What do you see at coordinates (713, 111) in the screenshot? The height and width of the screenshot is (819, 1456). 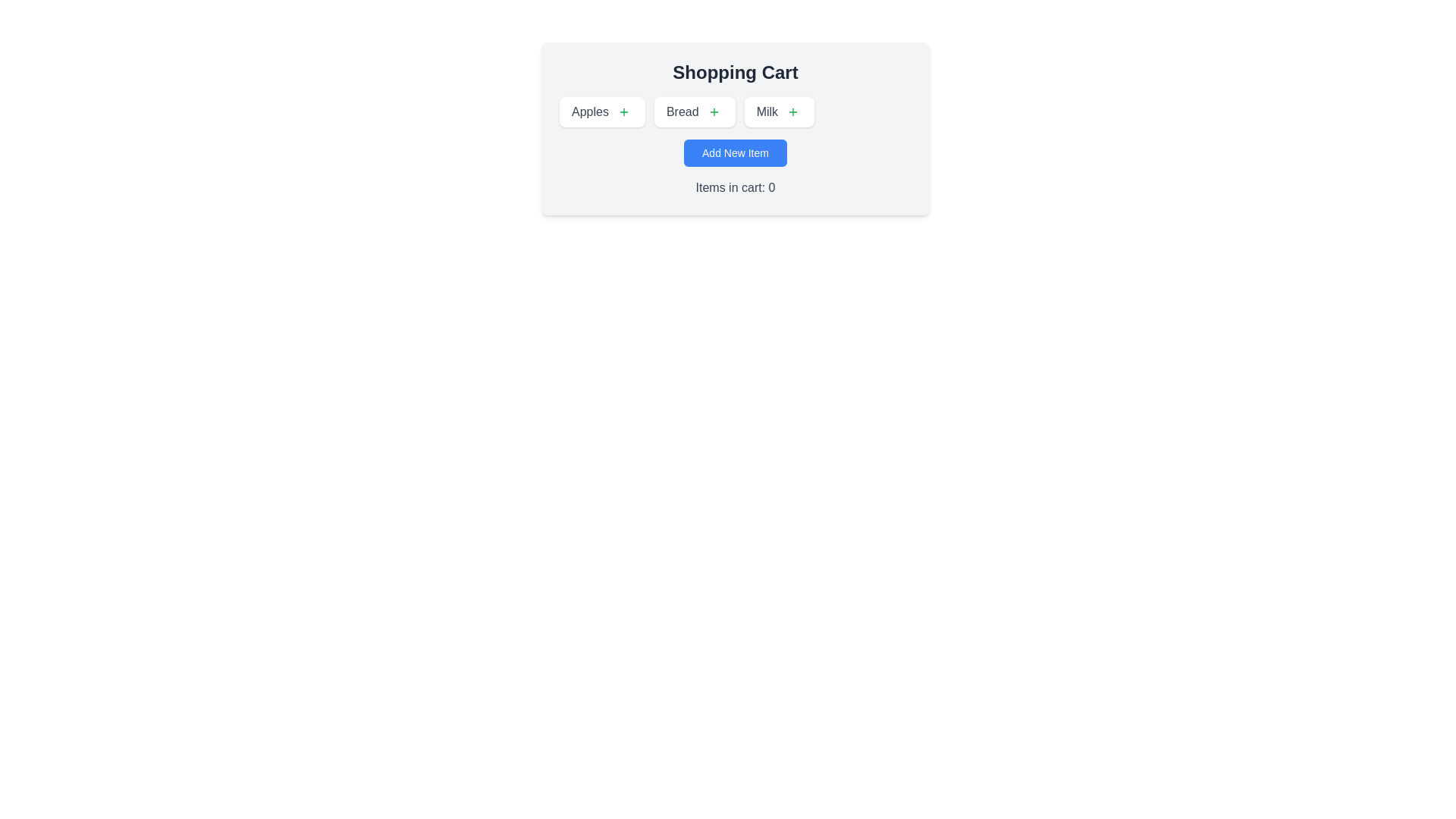 I see `the '+' button next to Bread to increment the cart count` at bounding box center [713, 111].